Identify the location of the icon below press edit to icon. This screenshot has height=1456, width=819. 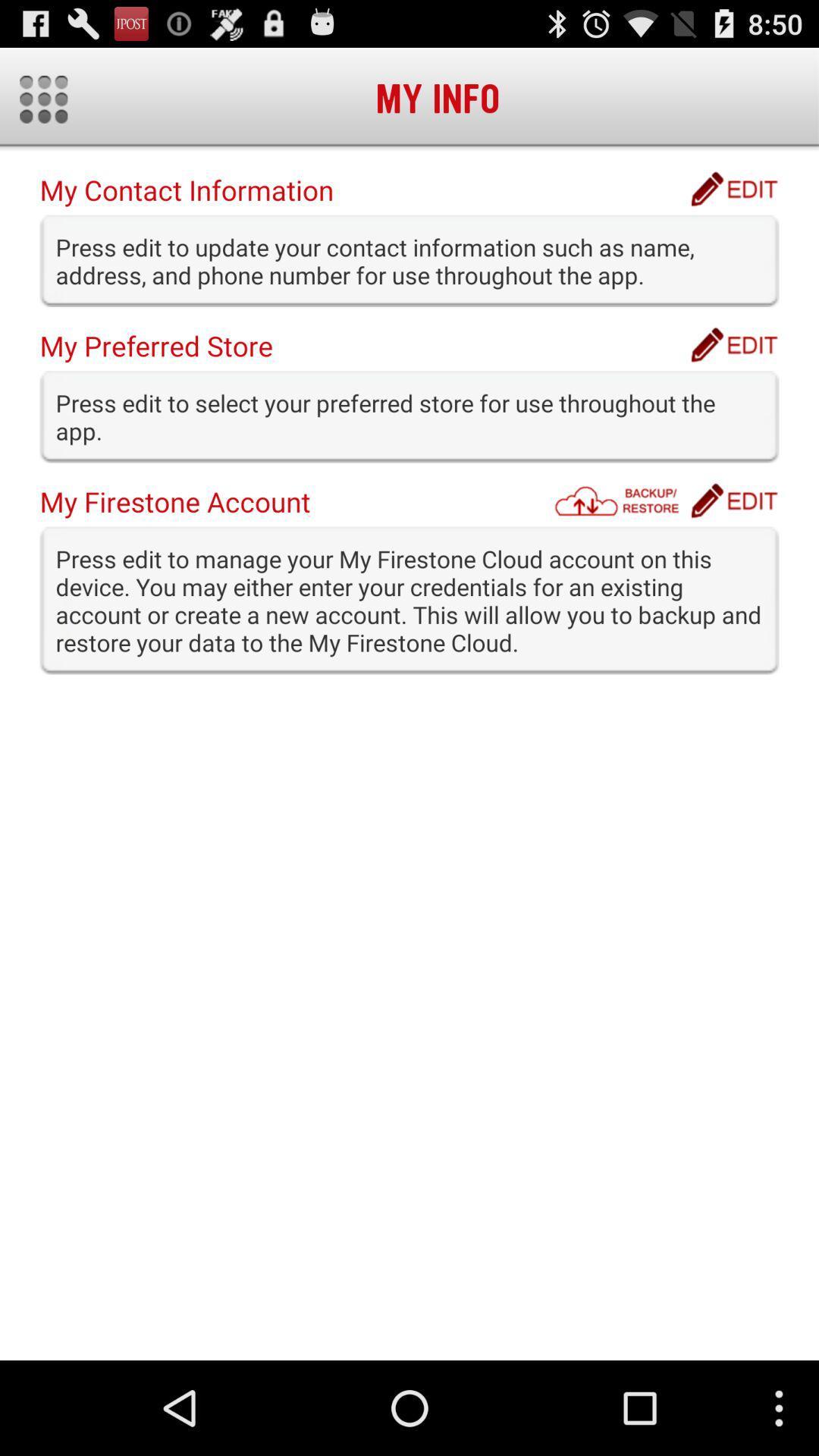
(733, 500).